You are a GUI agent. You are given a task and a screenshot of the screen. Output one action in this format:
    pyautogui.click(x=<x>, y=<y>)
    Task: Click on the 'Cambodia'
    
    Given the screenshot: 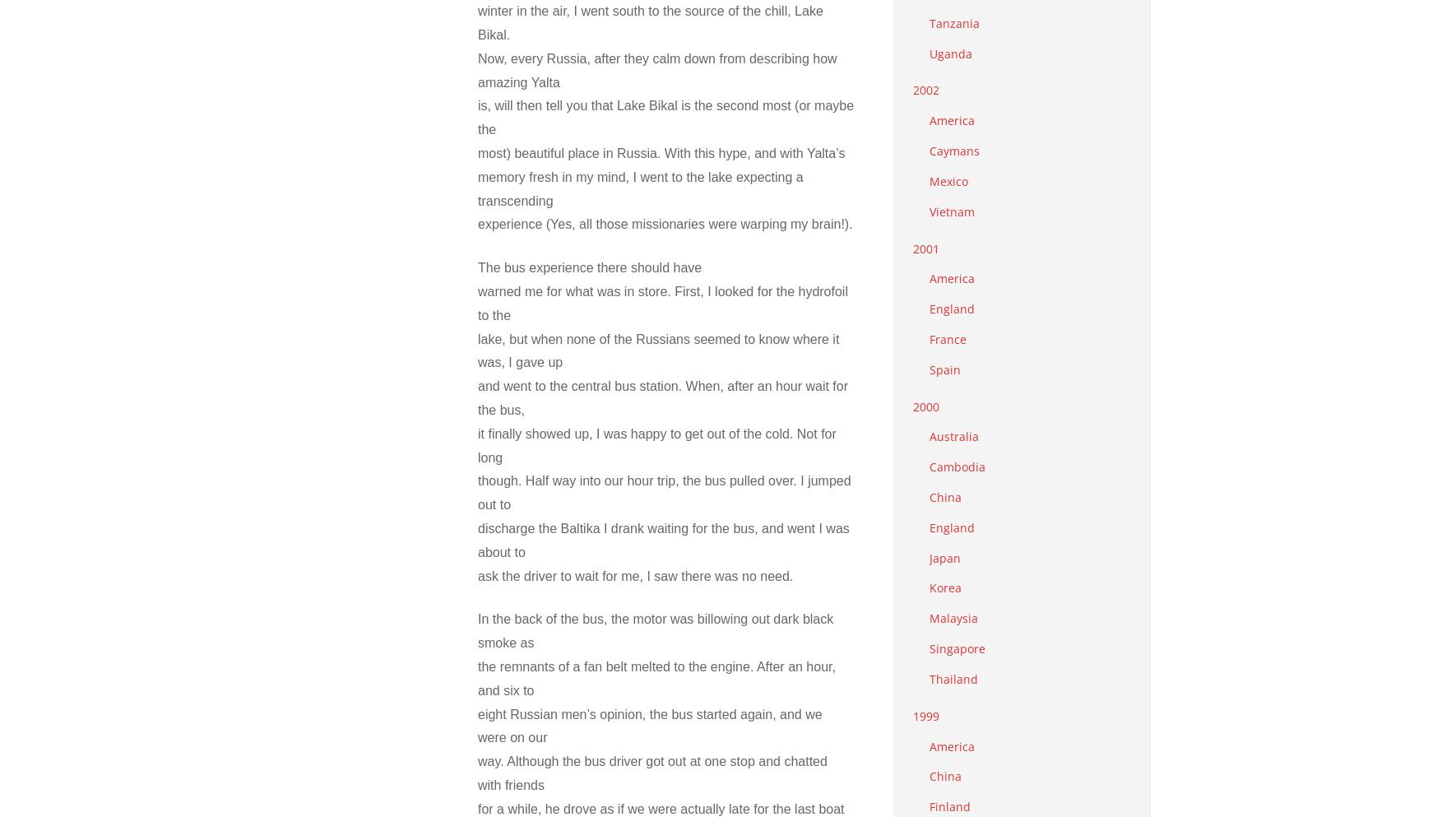 What is the action you would take?
    pyautogui.click(x=957, y=466)
    